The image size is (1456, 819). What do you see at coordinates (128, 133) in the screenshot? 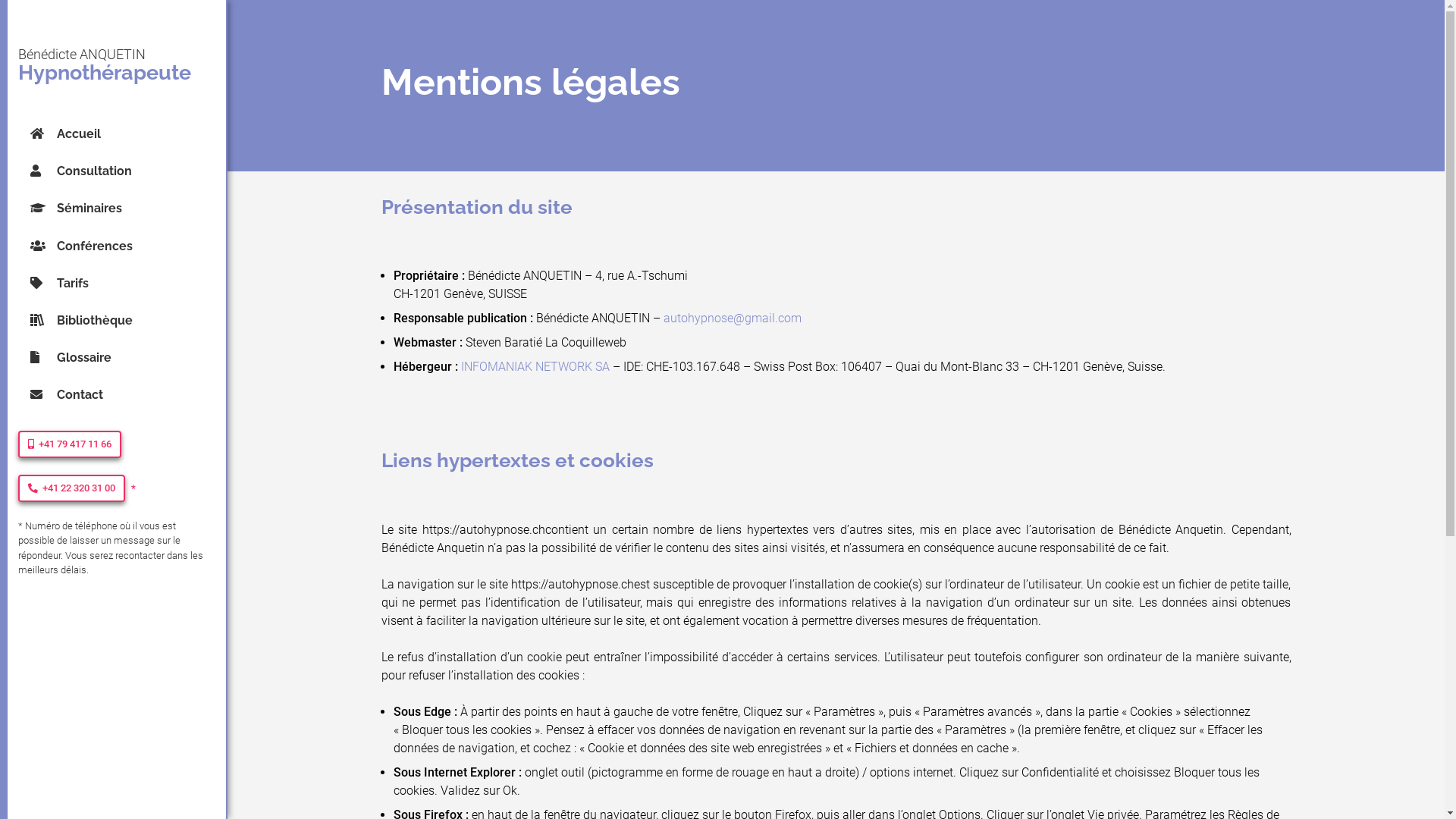
I see `'Accueil'` at bounding box center [128, 133].